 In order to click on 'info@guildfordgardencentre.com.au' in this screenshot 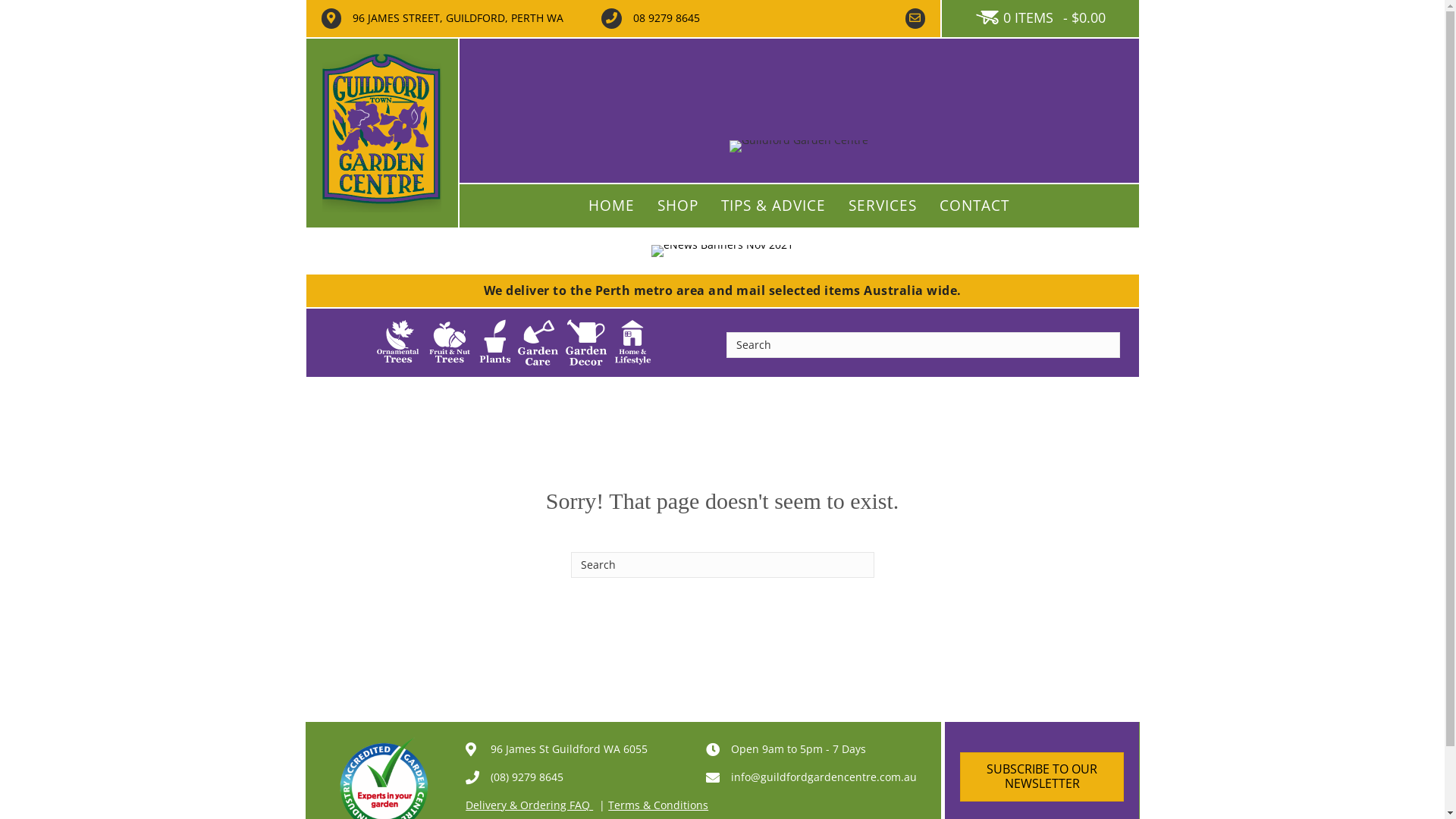, I will do `click(731, 777)`.